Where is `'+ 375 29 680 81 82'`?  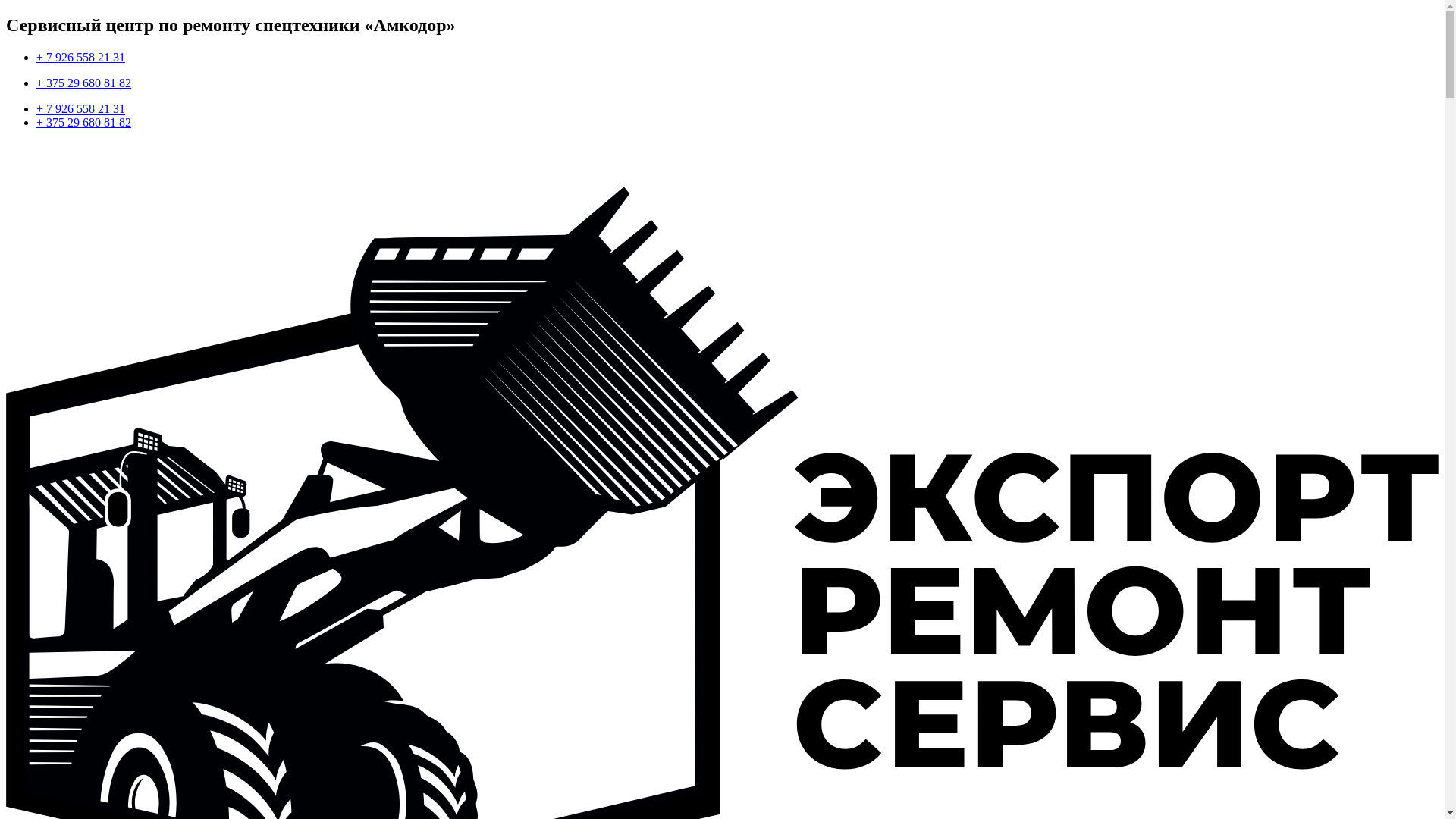 '+ 375 29 680 81 82' is located at coordinates (83, 83).